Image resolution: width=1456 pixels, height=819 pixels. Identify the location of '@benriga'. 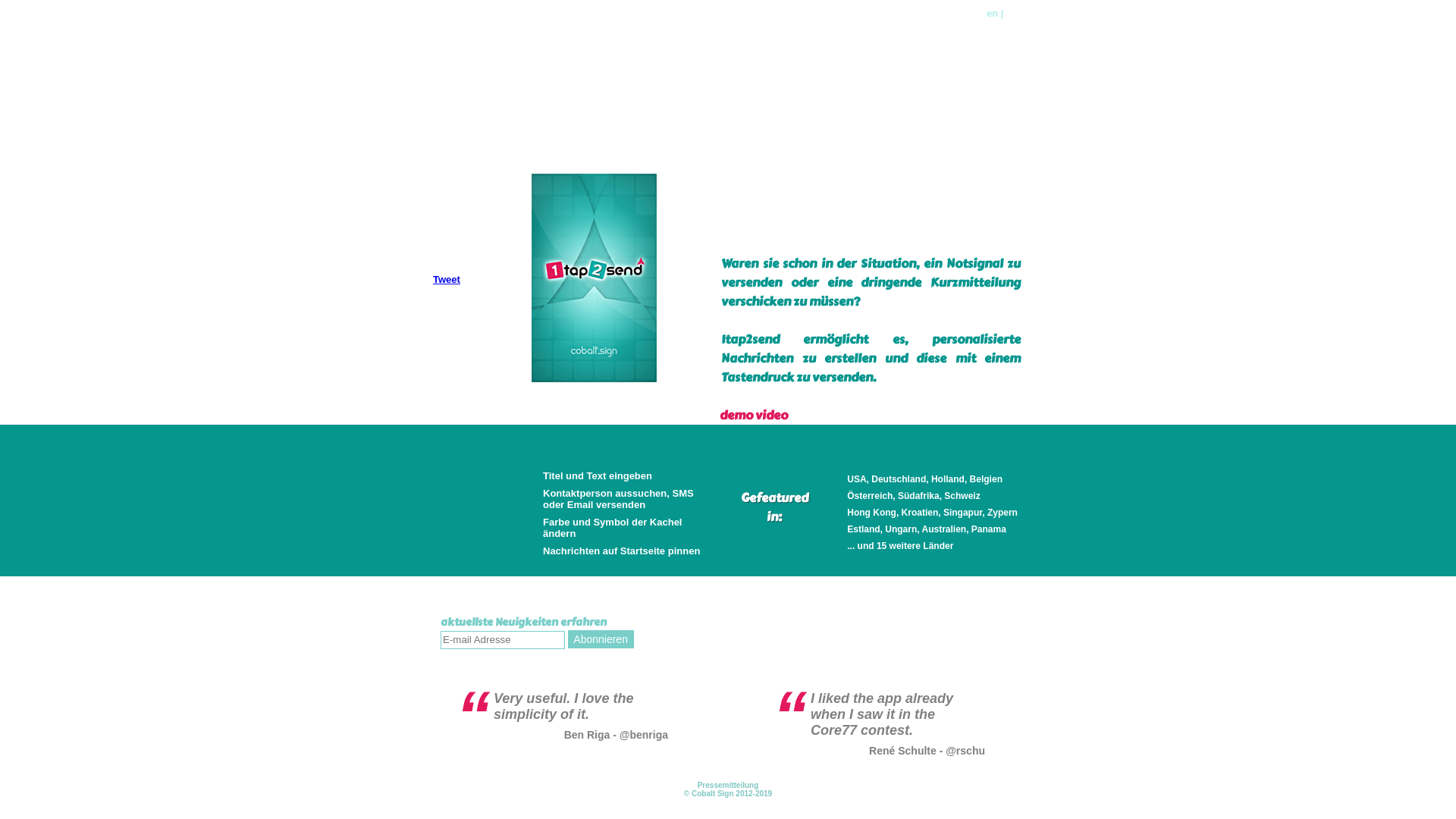
(619, 733).